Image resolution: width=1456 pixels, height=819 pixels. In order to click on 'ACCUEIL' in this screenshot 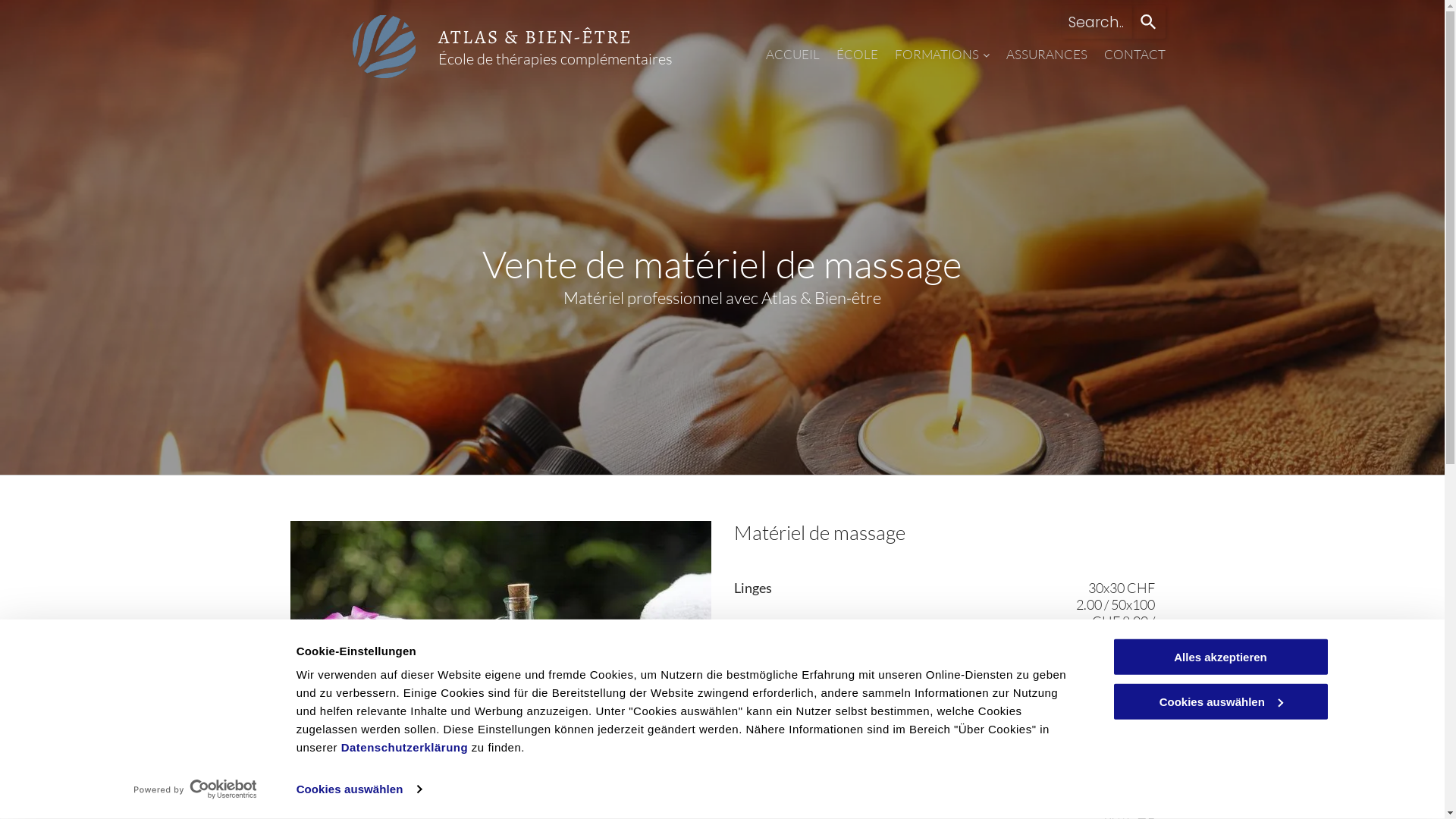, I will do `click(765, 55)`.